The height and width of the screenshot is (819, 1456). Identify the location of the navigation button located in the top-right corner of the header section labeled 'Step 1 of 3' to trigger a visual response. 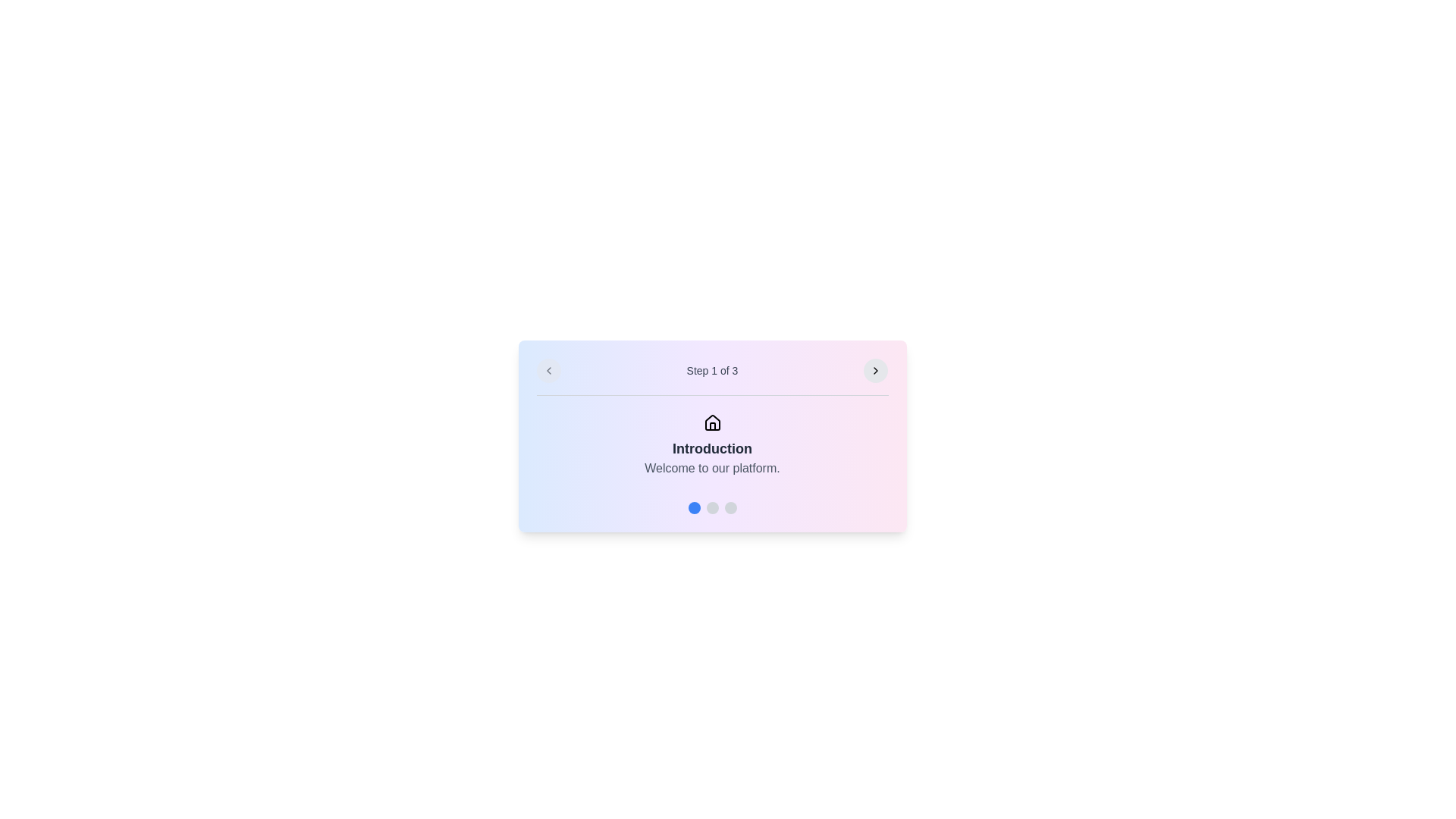
(876, 371).